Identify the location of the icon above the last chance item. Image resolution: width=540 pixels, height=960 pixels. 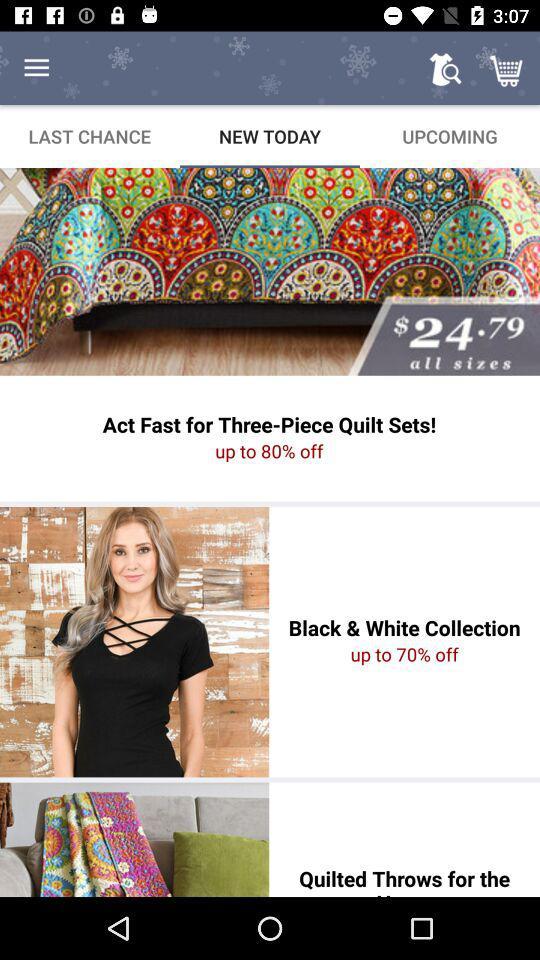
(36, 68).